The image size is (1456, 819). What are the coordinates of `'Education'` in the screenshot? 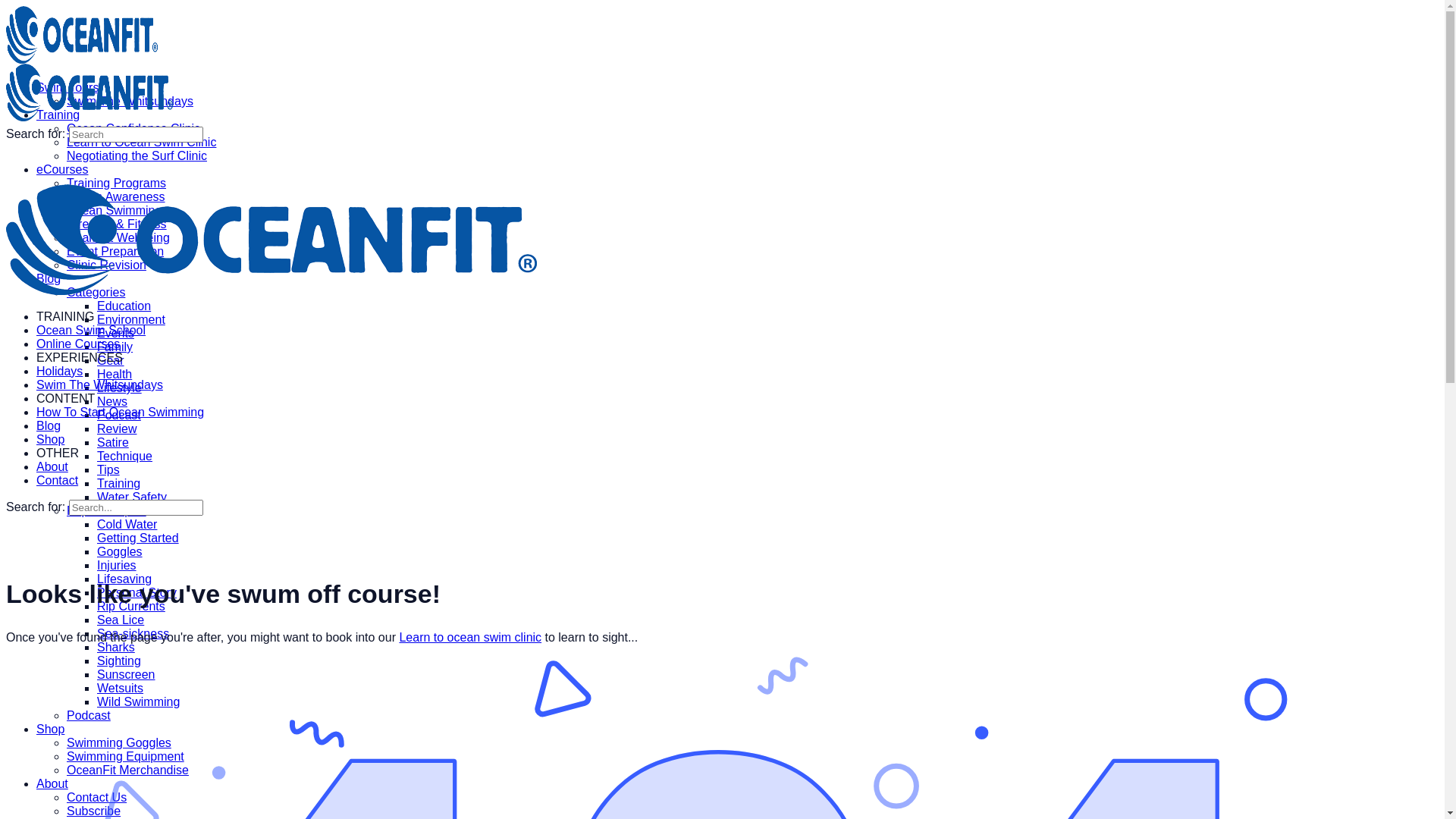 It's located at (96, 306).